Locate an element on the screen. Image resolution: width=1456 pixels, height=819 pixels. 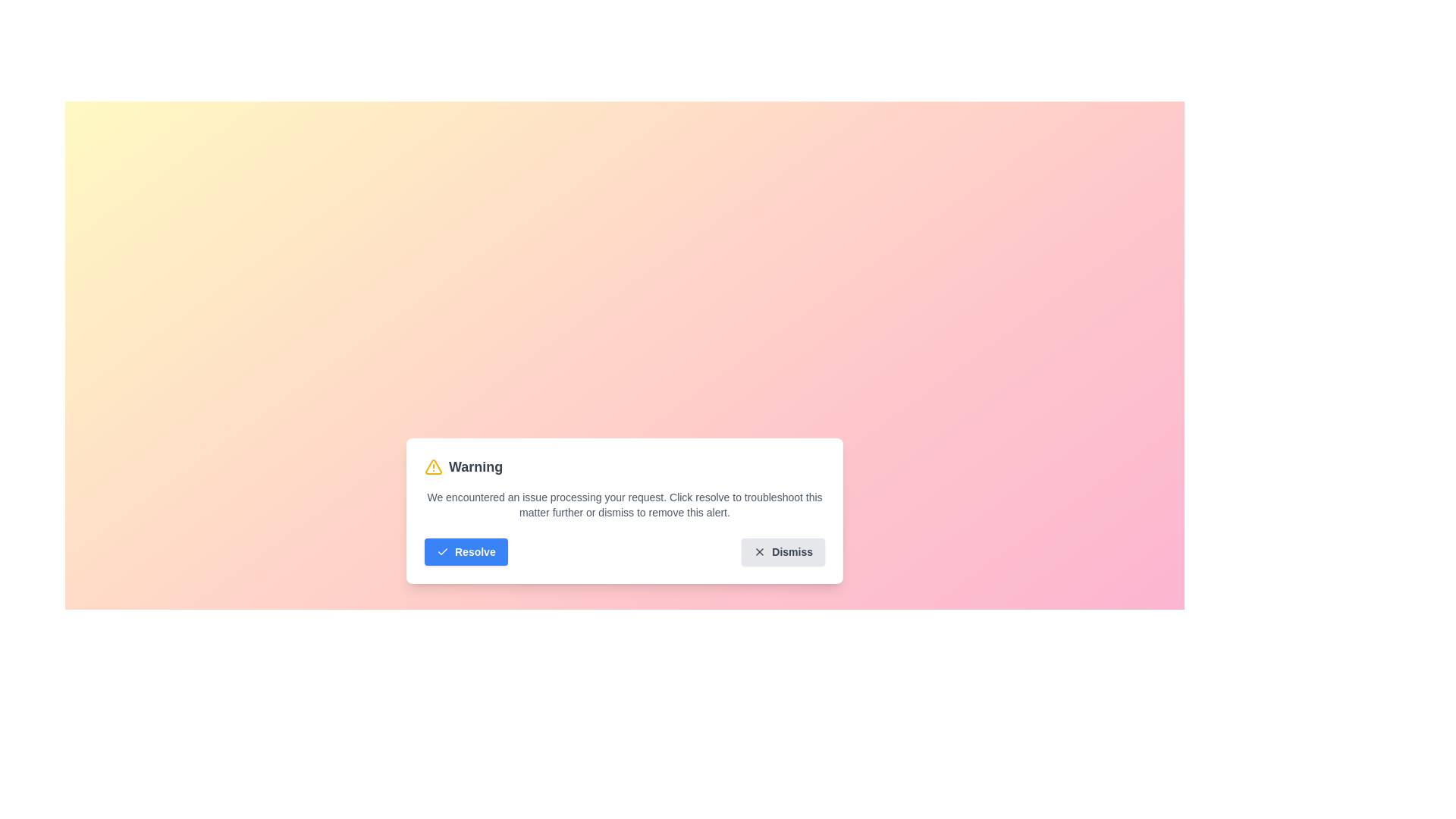
the checkmark icon, which is styled as an outlined drawing and located within the 'Resolve' button on the left side of the visible text is located at coordinates (442, 552).